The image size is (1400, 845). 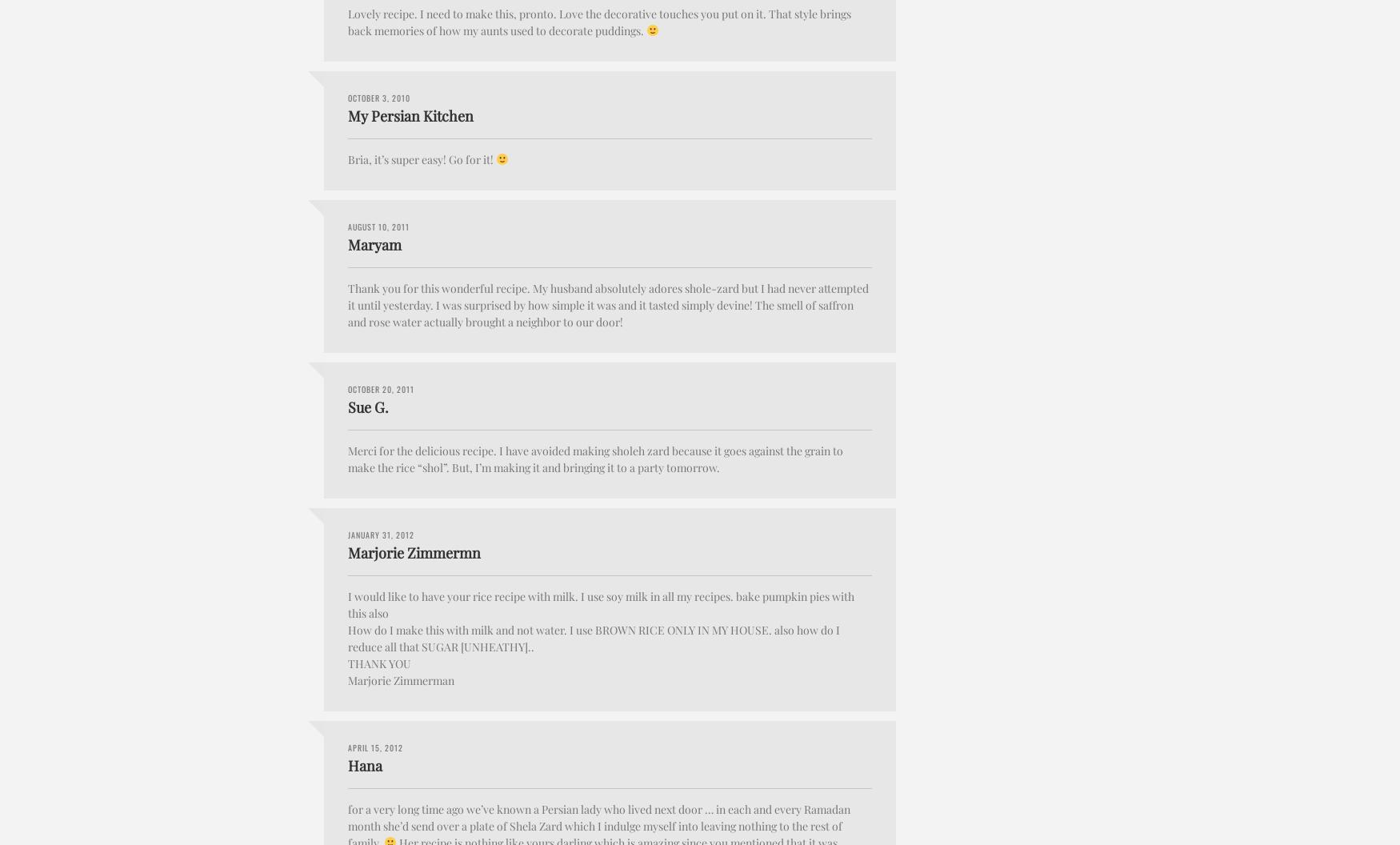 I want to click on 'Merci for the delicious recipe.  I have avoided making sholeh zard because it goes against the grain to make the rice “shol”.  But, I’m making it and bringing it to a party tomorrow.', so click(x=595, y=458).